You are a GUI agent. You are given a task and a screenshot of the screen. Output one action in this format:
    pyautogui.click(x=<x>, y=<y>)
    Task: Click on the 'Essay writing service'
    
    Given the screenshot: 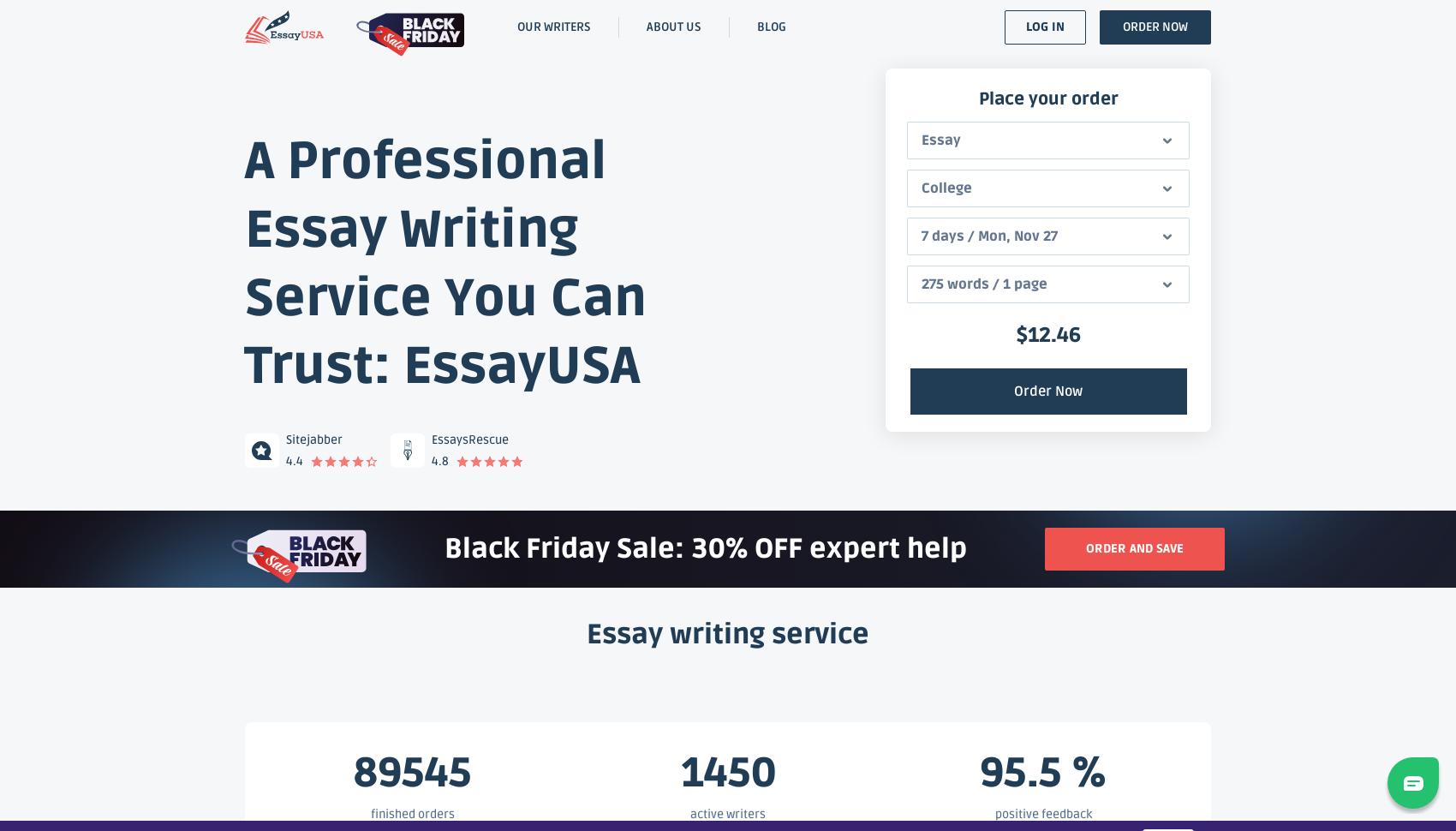 What is the action you would take?
    pyautogui.click(x=586, y=633)
    